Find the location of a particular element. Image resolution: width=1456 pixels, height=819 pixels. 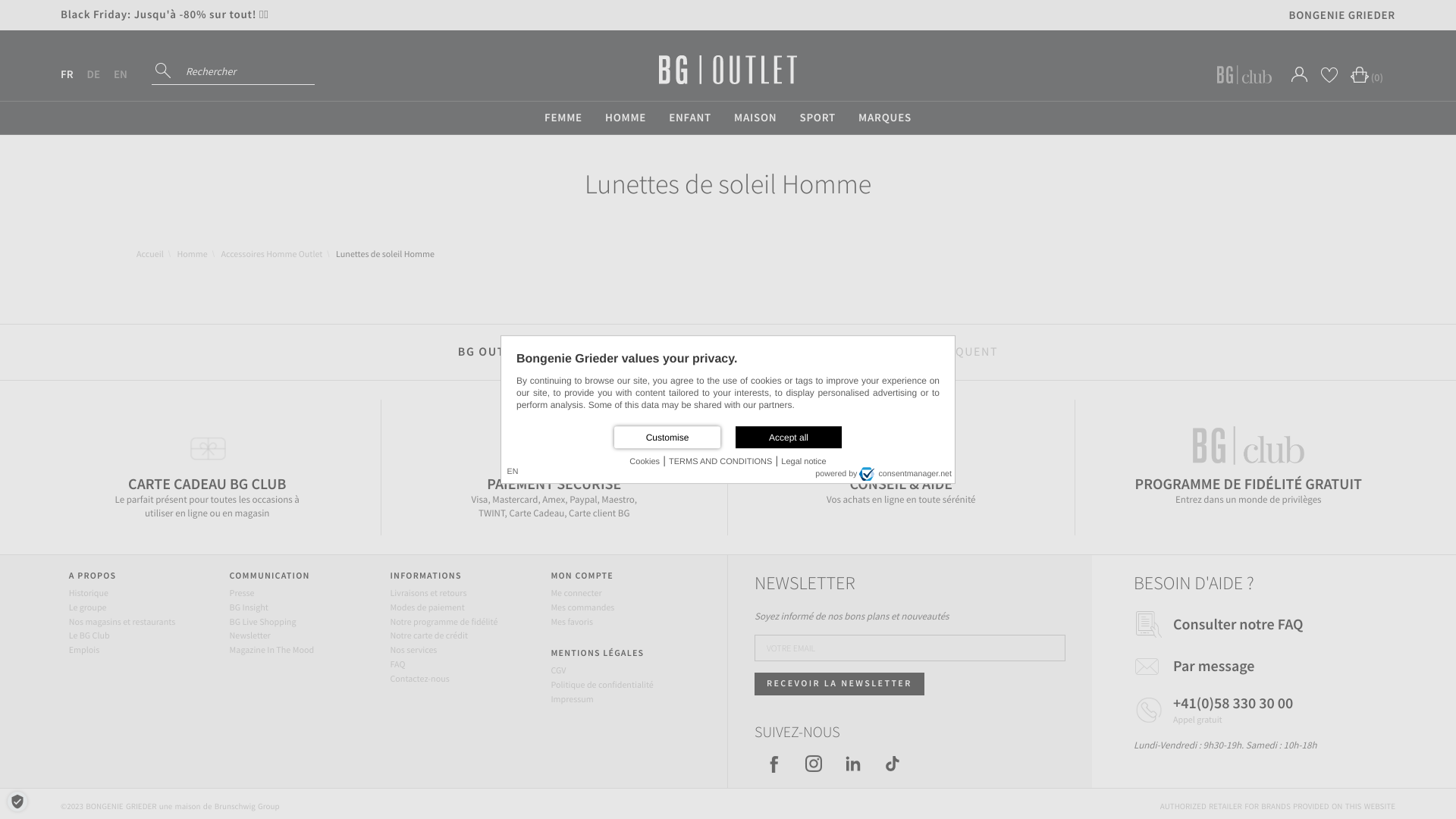

'Accessoires Homme Outlet' is located at coordinates (271, 253).